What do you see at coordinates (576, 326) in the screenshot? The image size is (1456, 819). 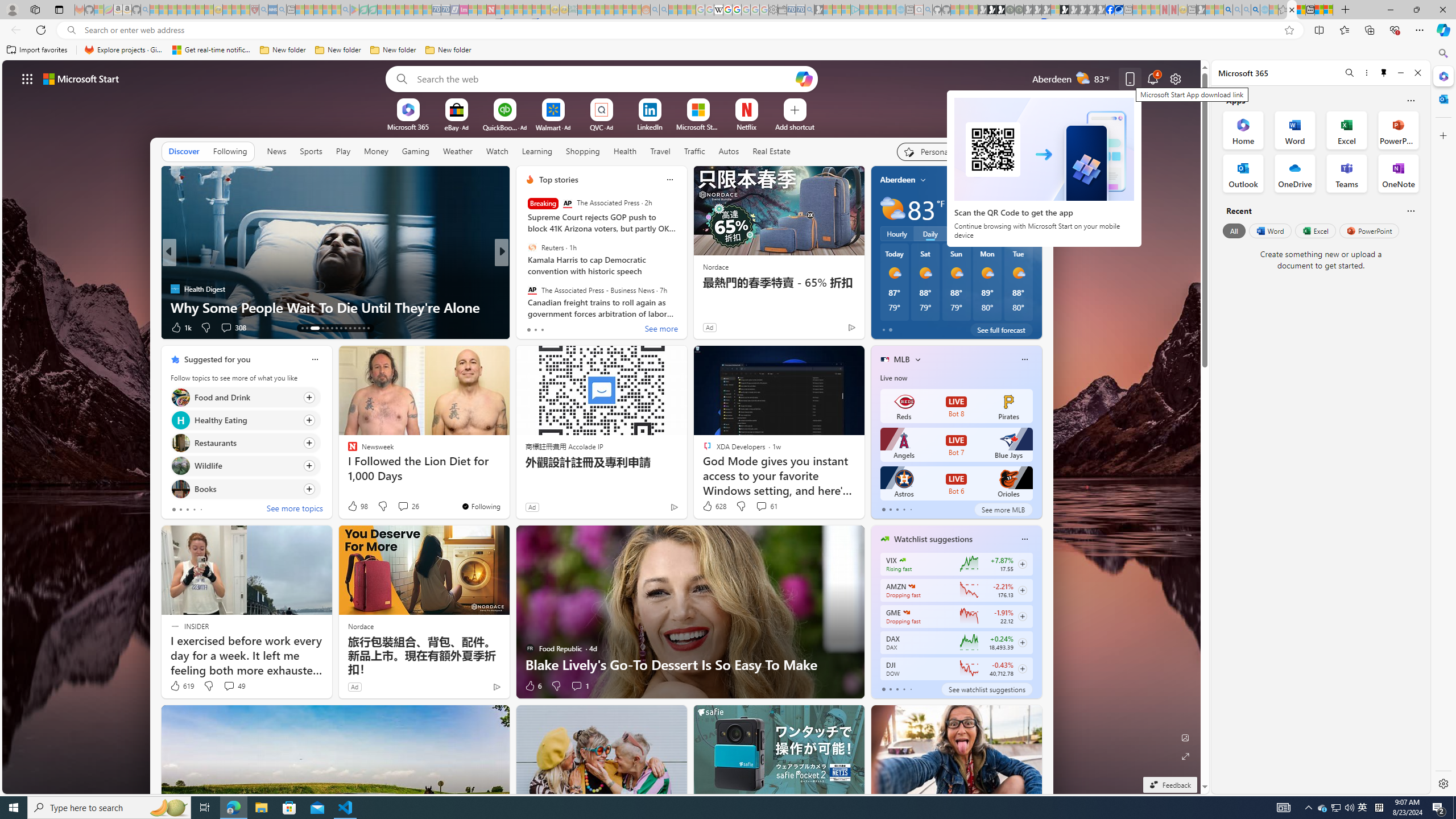 I see `'View comments 3 Comment'` at bounding box center [576, 326].